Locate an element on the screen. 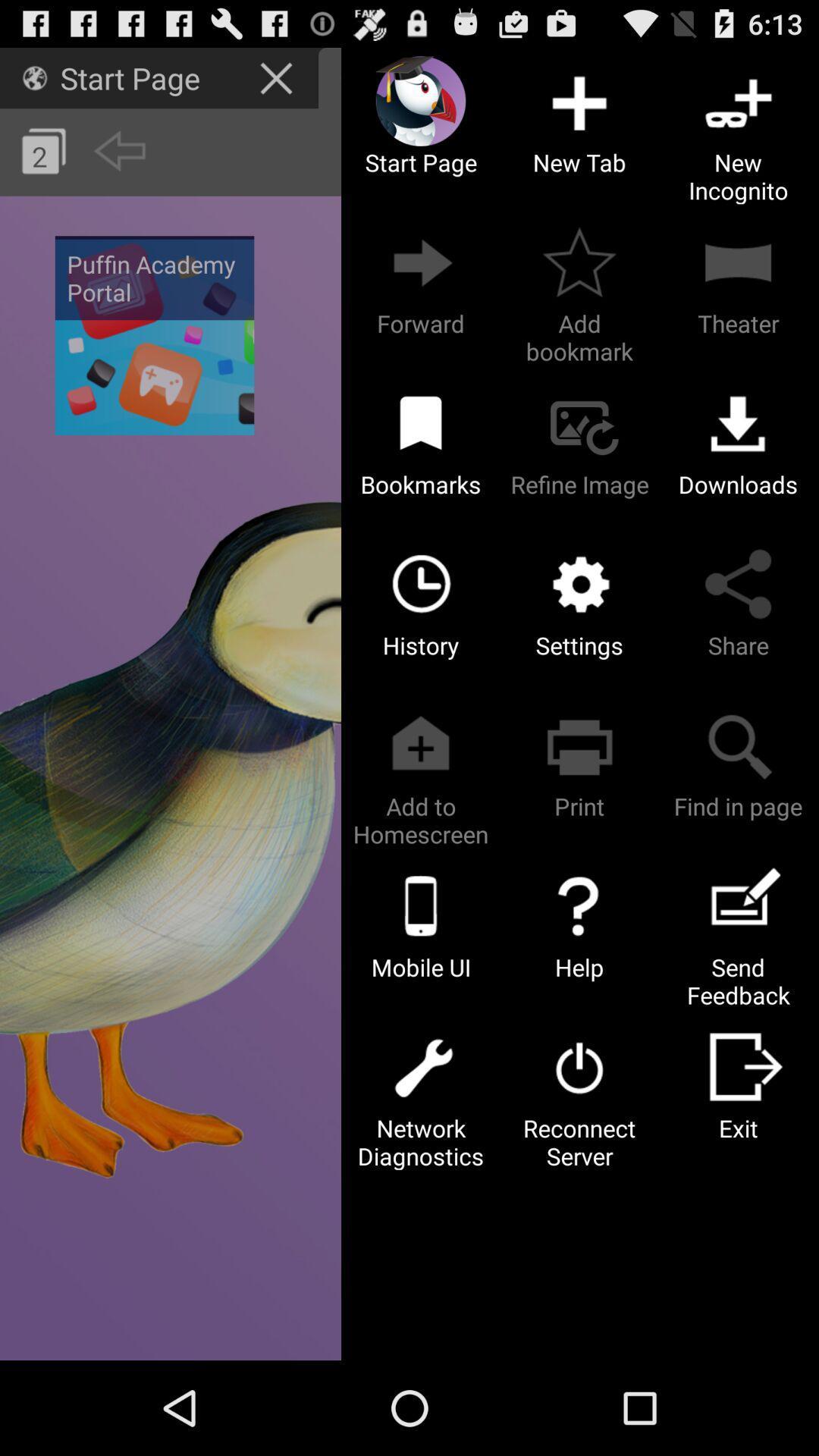 The width and height of the screenshot is (819, 1456). bookmarks is located at coordinates (421, 451).